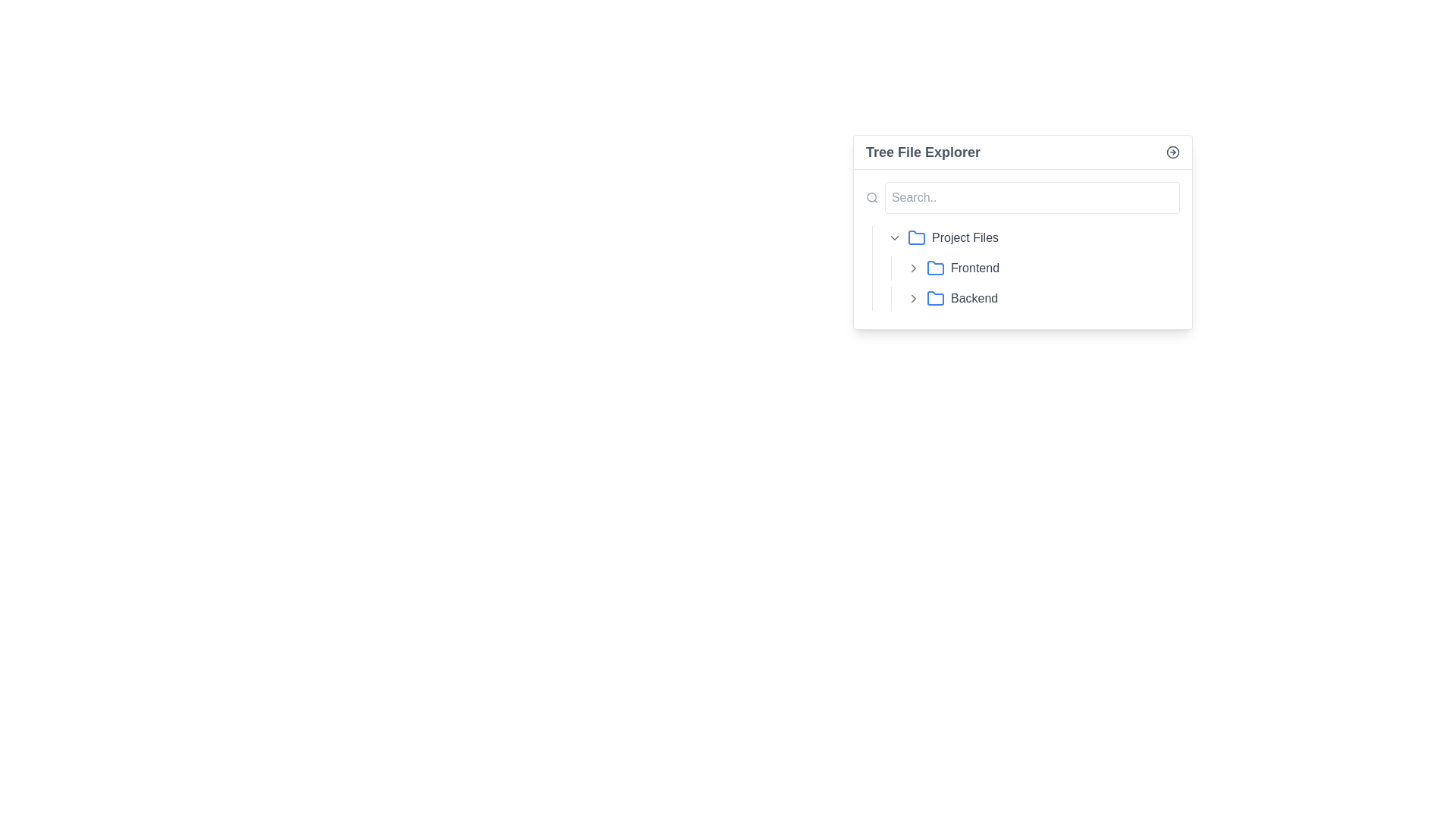  Describe the element at coordinates (1062, 268) in the screenshot. I see `the interactive list item labeled 'Frontend' within the 'Tree File Explorer'` at that location.